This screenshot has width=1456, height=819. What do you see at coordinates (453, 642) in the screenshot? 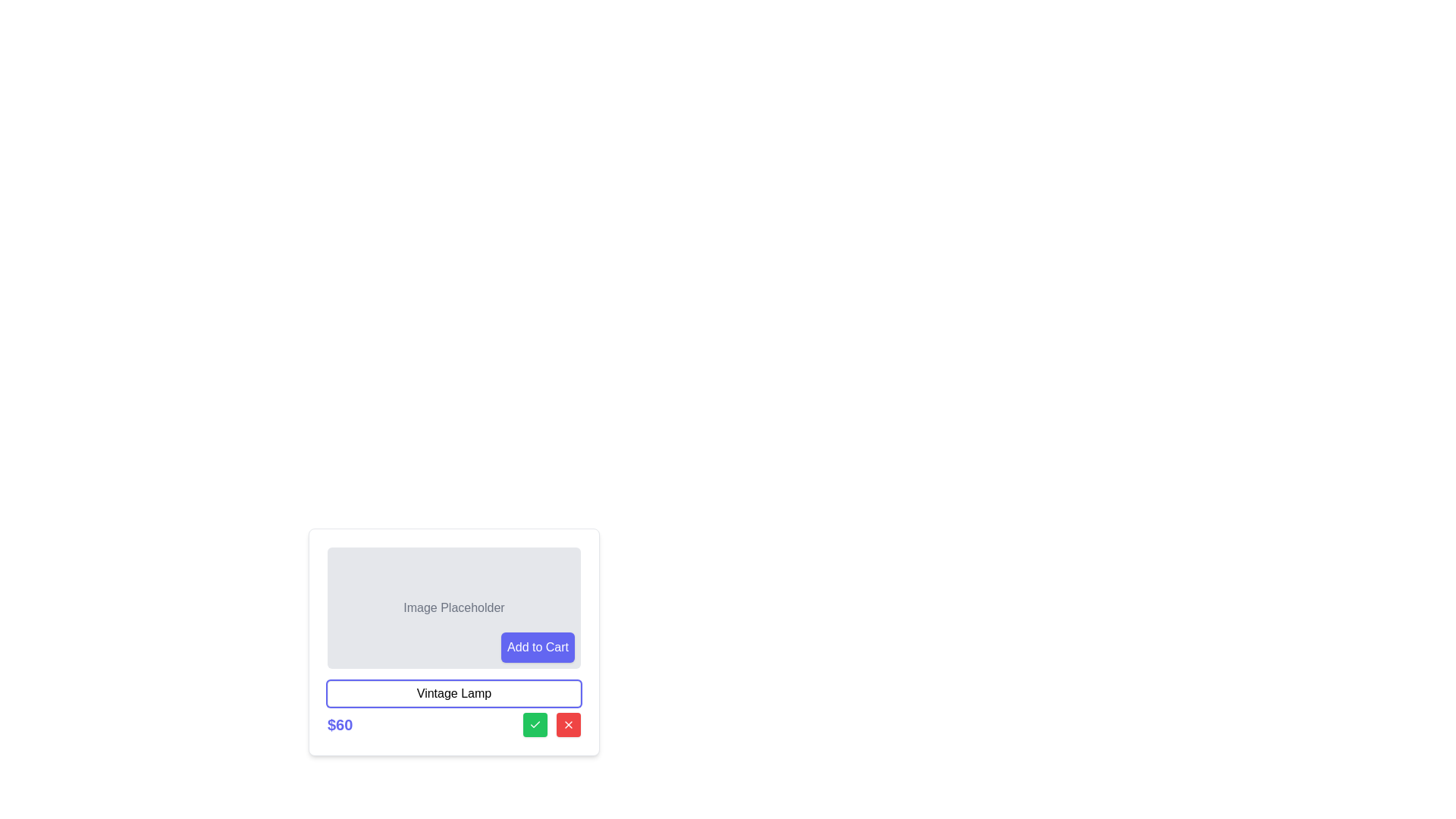
I see `the image placeholder within the card interface, which is part of a structured layout containing a call-to-action button labeled 'Add to Cart' and other product details` at bounding box center [453, 642].